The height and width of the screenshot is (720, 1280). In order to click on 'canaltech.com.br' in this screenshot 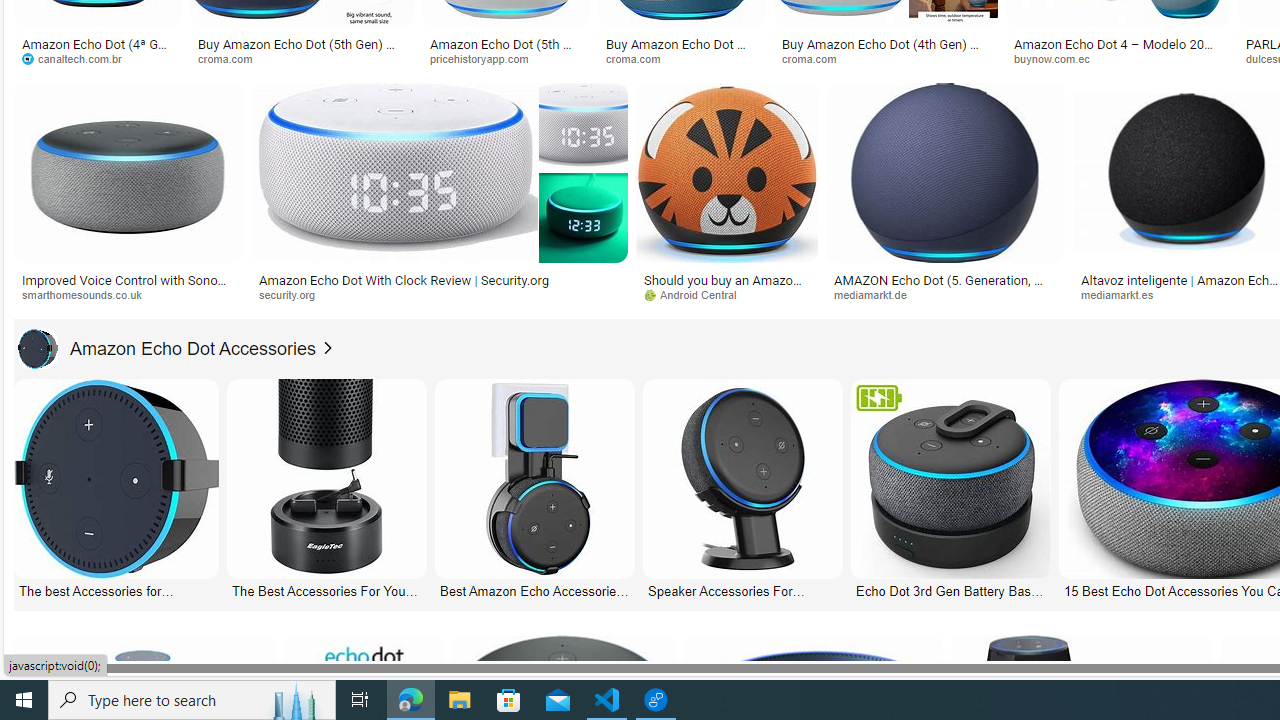, I will do `click(96, 58)`.